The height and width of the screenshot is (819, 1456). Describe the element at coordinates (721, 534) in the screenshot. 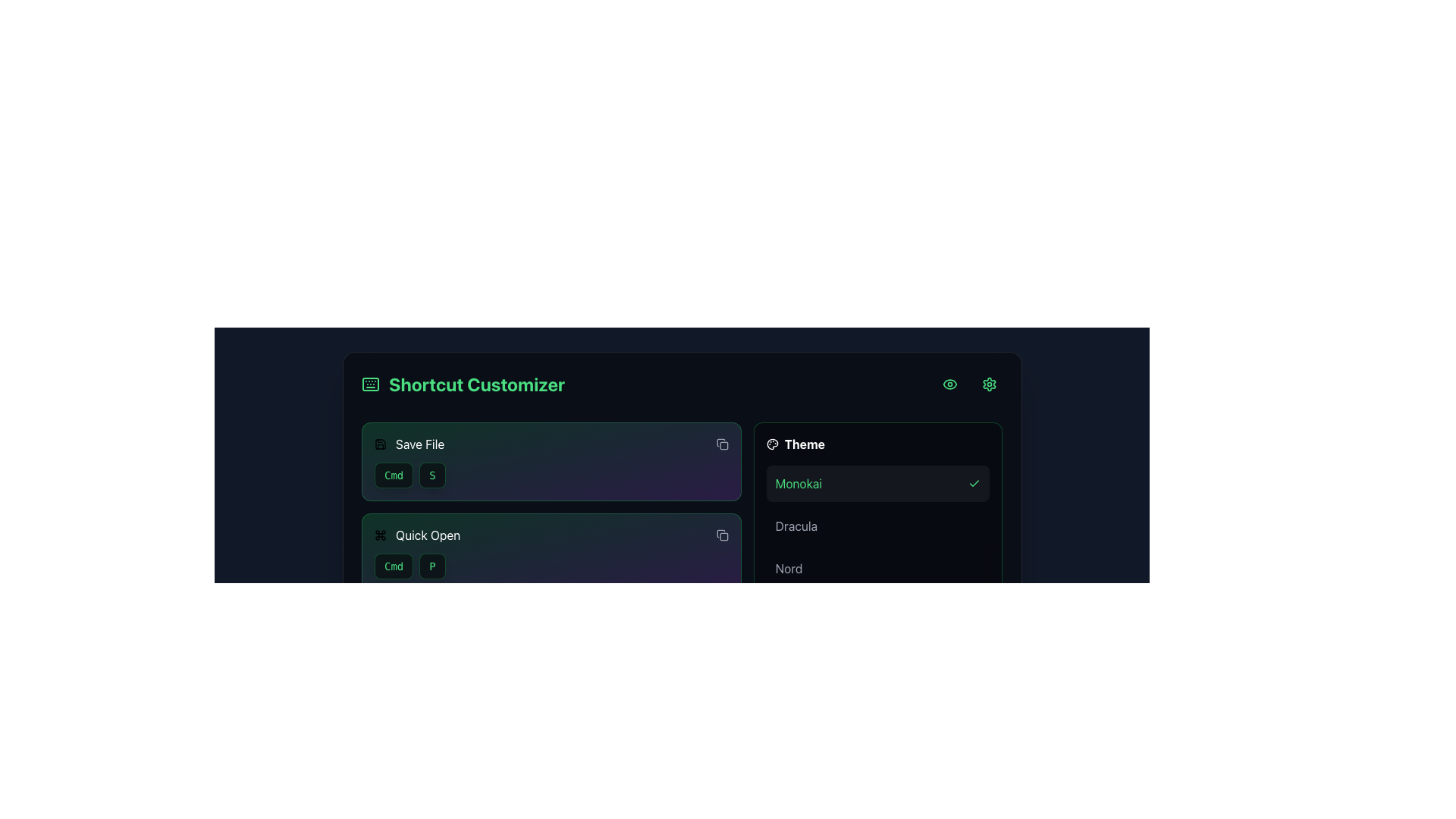

I see `the rightmost button in the toolbar of the 'Quick Open' section` at that location.